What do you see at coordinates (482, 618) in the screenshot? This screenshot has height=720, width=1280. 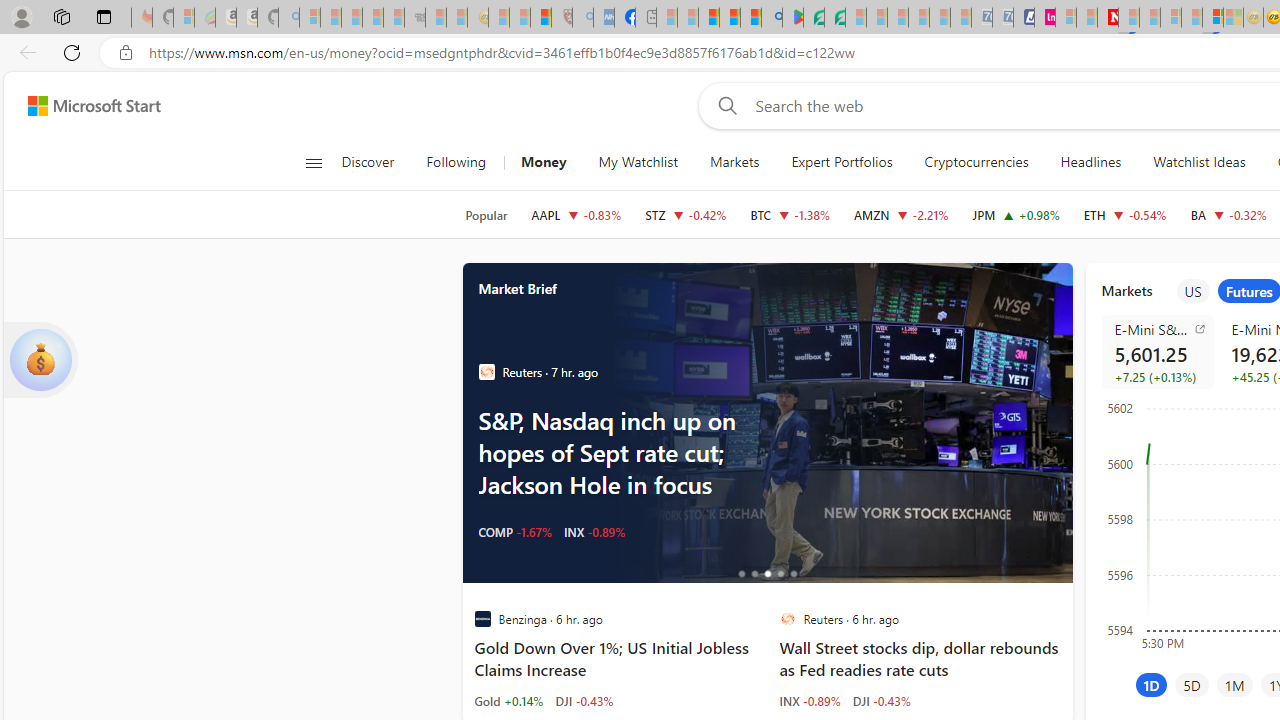 I see `'Benzinga'` at bounding box center [482, 618].